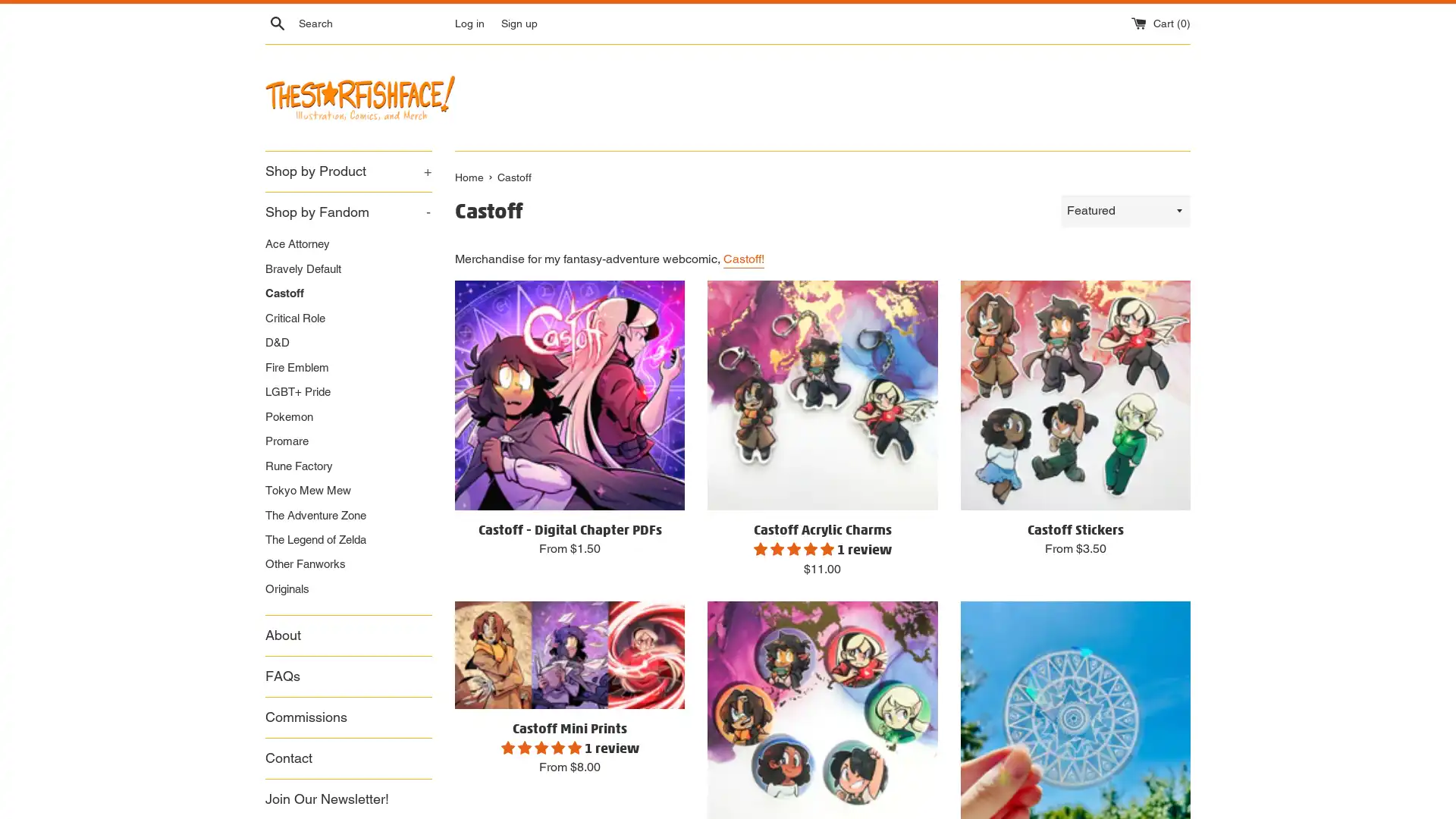 The width and height of the screenshot is (1456, 819). I want to click on Shop by Product, so click(348, 171).